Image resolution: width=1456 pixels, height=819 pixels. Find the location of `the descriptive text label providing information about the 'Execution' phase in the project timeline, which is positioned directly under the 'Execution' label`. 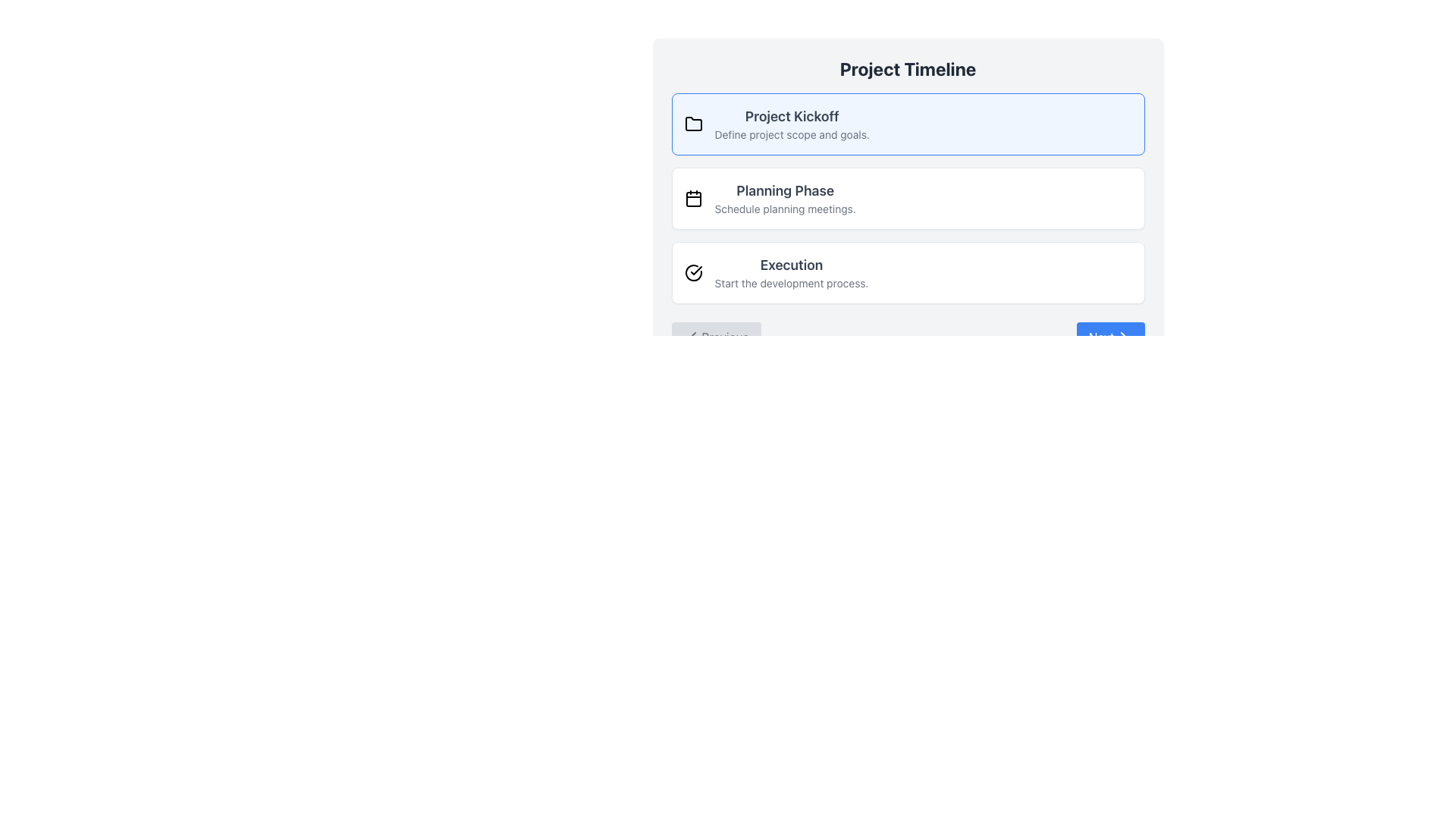

the descriptive text label providing information about the 'Execution' phase in the project timeline, which is positioned directly under the 'Execution' label is located at coordinates (790, 284).